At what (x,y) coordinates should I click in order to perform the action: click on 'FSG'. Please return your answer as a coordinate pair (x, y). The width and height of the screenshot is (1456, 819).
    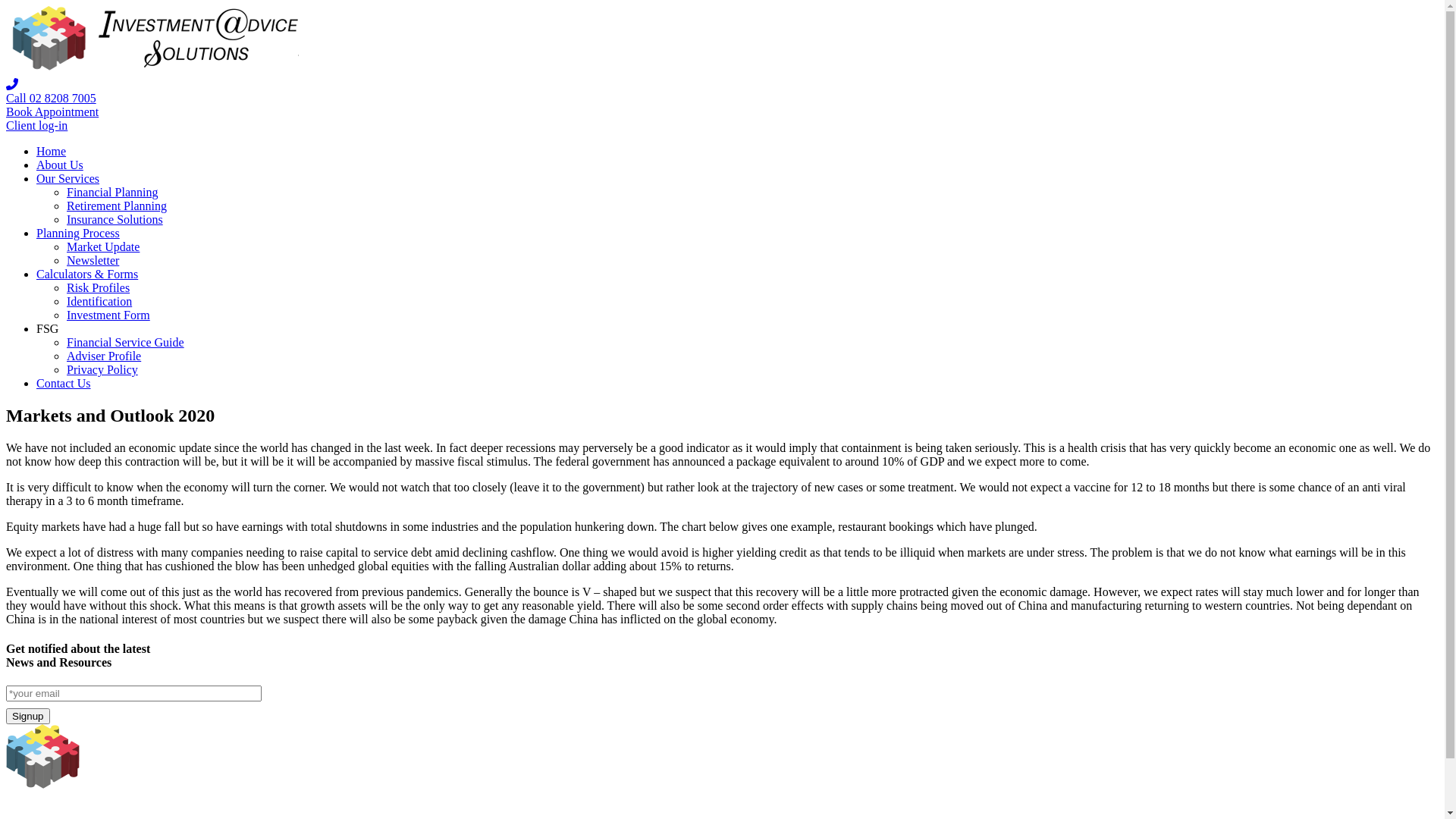
    Looking at the image, I should click on (47, 328).